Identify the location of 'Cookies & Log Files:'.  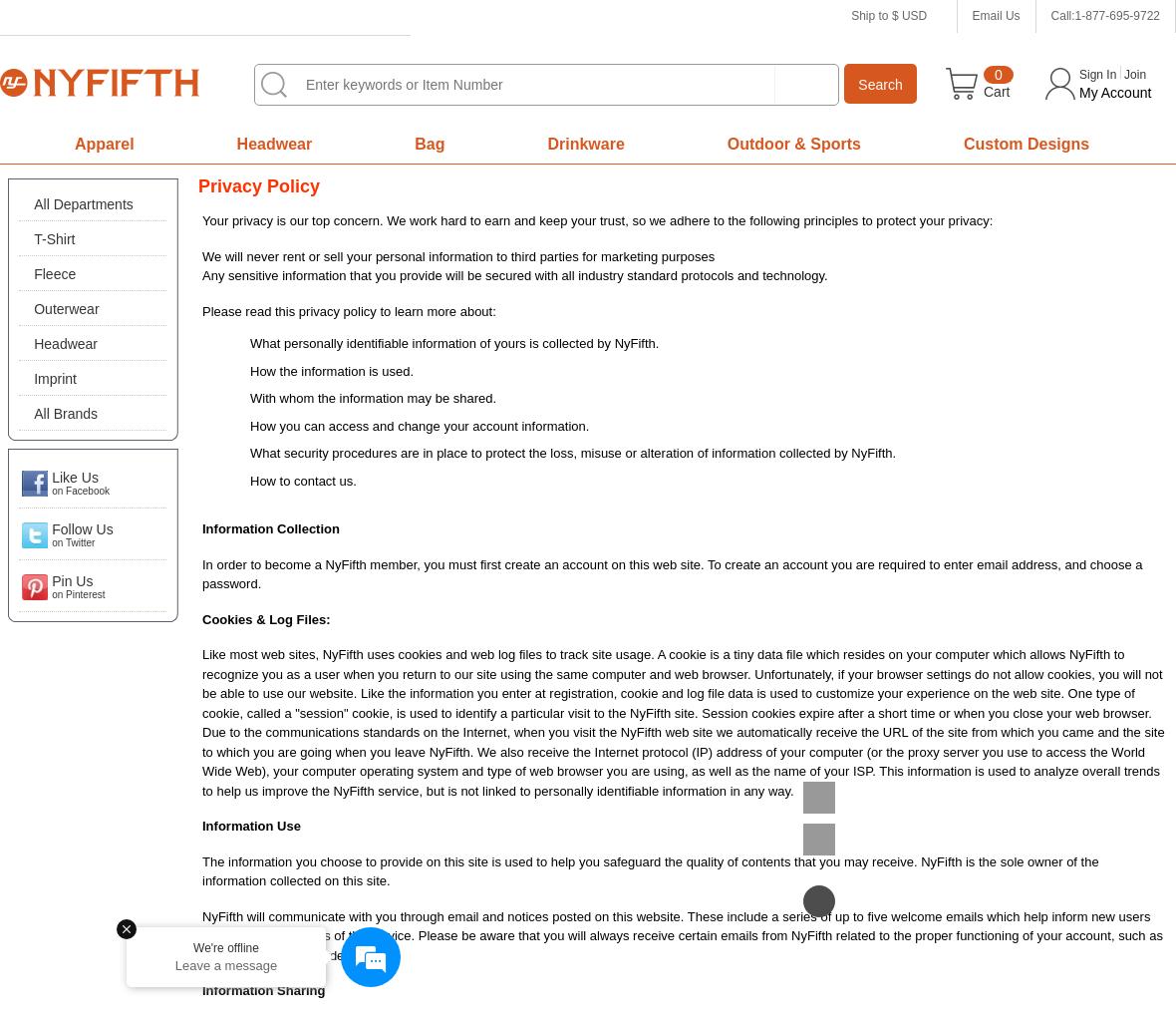
(266, 618).